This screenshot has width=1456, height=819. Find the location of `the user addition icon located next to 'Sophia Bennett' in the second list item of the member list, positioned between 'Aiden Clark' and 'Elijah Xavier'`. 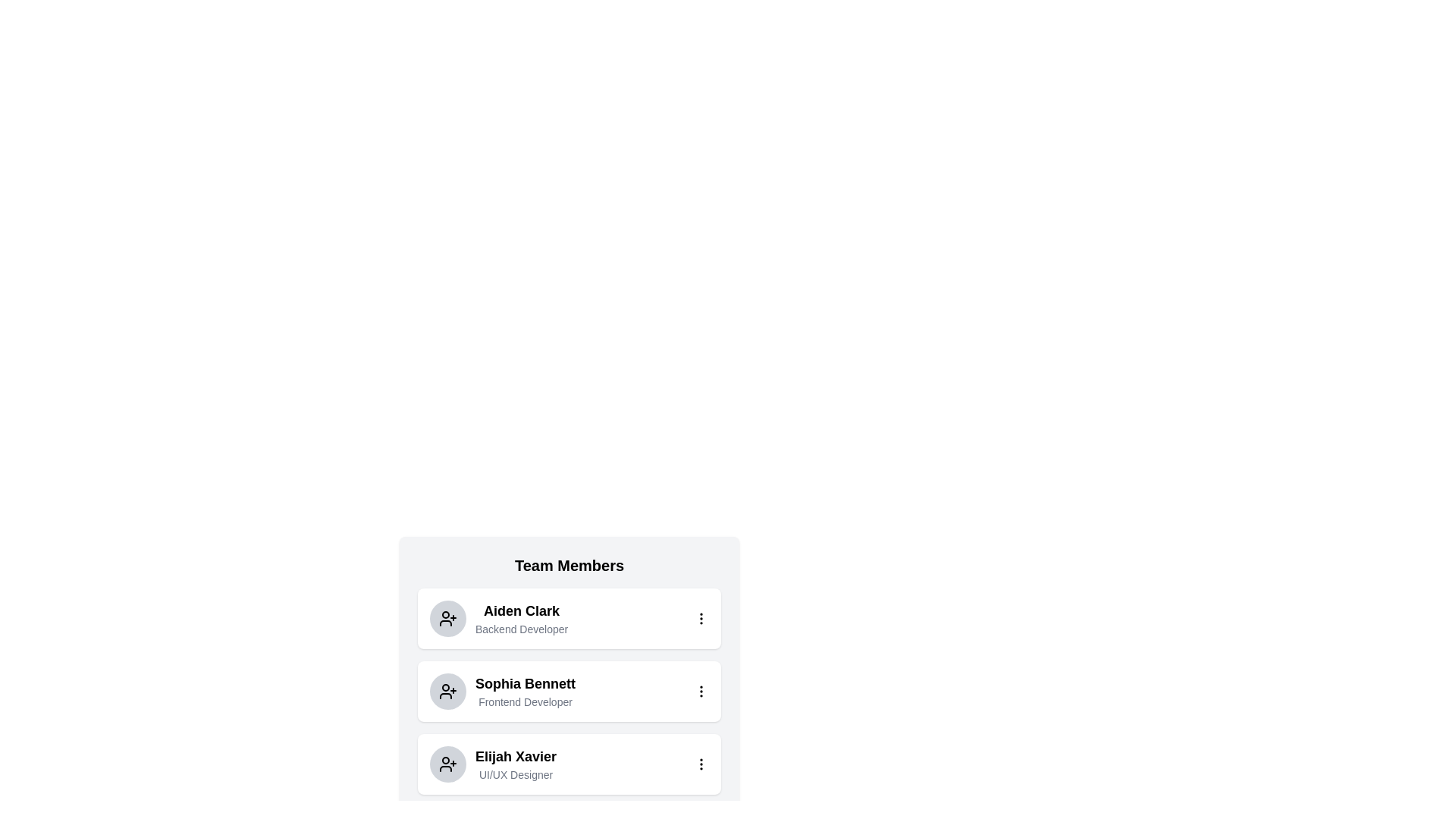

the user addition icon located next to 'Sophia Bennett' in the second list item of the member list, positioned between 'Aiden Clark' and 'Elijah Xavier' is located at coordinates (447, 691).